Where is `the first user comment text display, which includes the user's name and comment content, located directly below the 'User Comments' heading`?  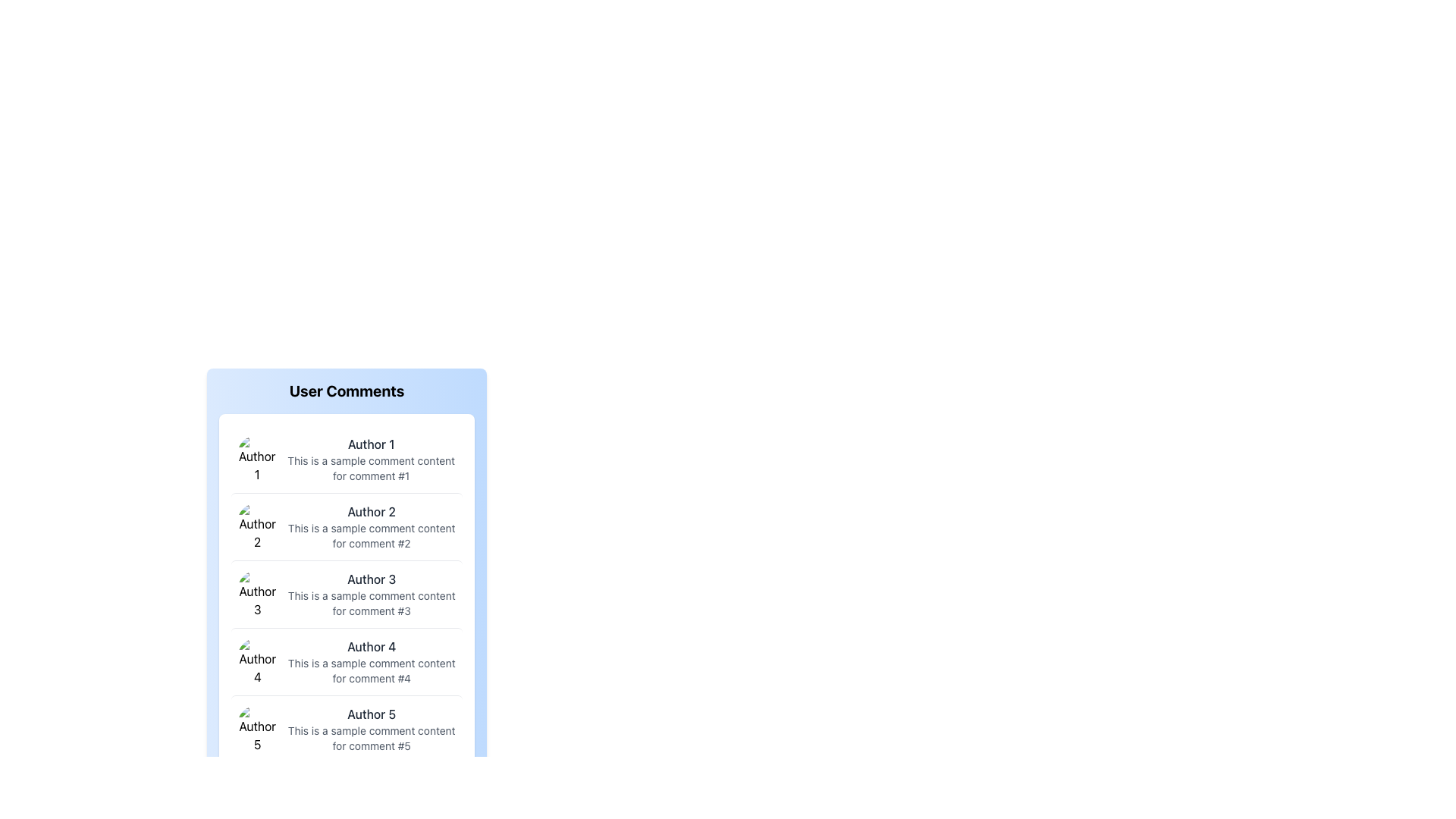
the first user comment text display, which includes the user's name and comment content, located directly below the 'User Comments' heading is located at coordinates (371, 458).